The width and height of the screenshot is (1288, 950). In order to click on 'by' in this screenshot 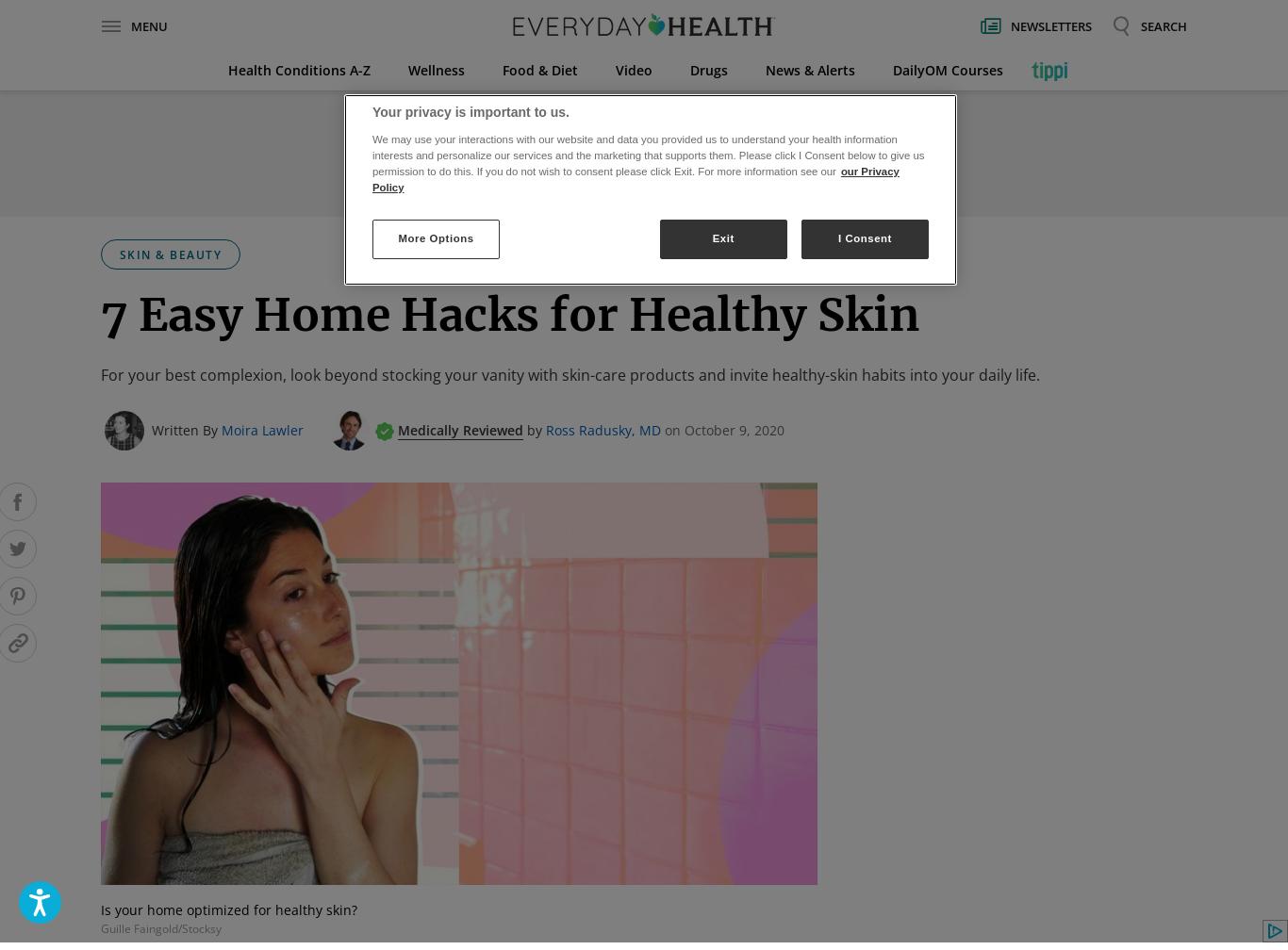, I will do `click(535, 429)`.